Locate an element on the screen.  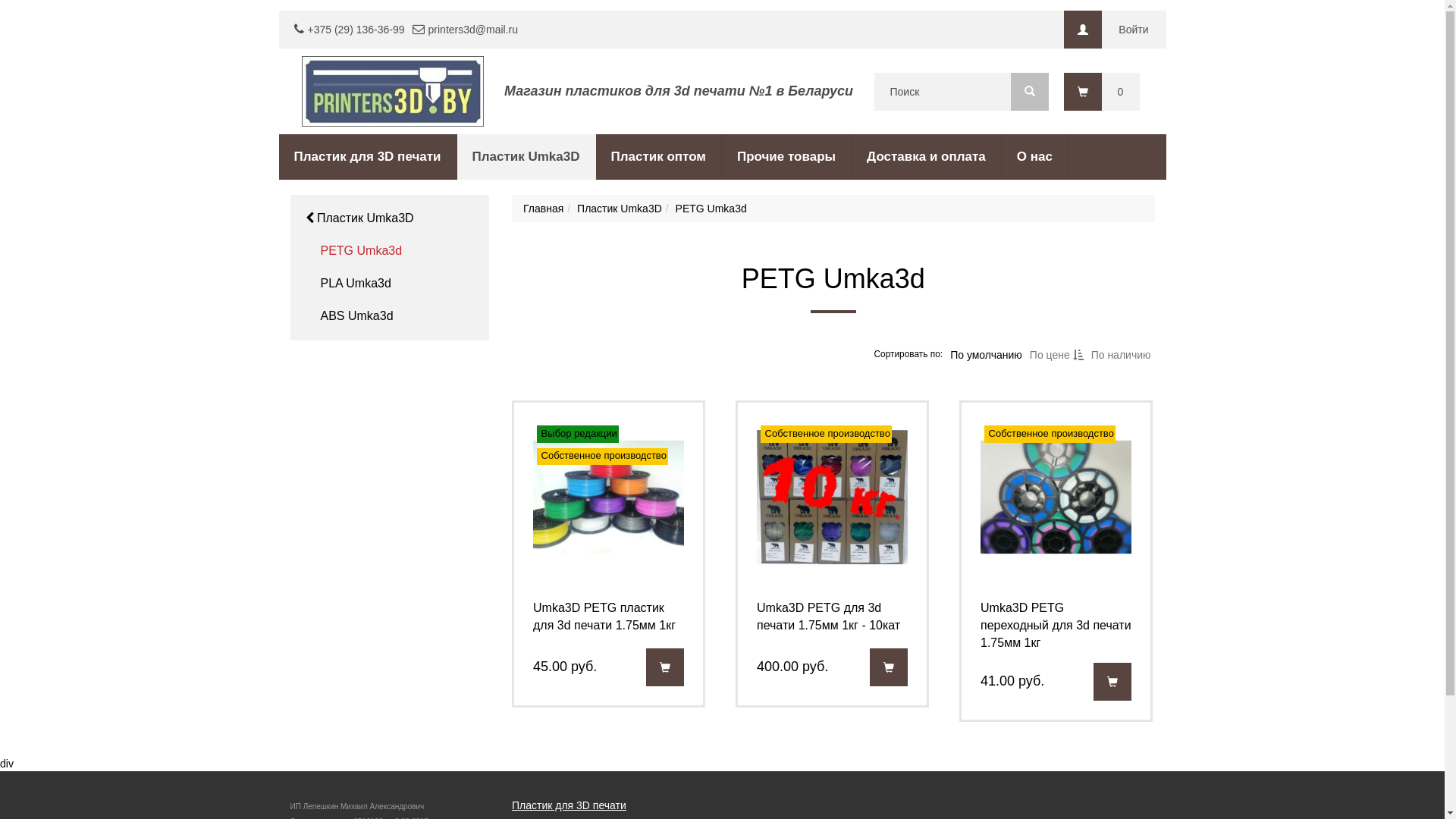
'PLA Umka3d' is located at coordinates (354, 284).